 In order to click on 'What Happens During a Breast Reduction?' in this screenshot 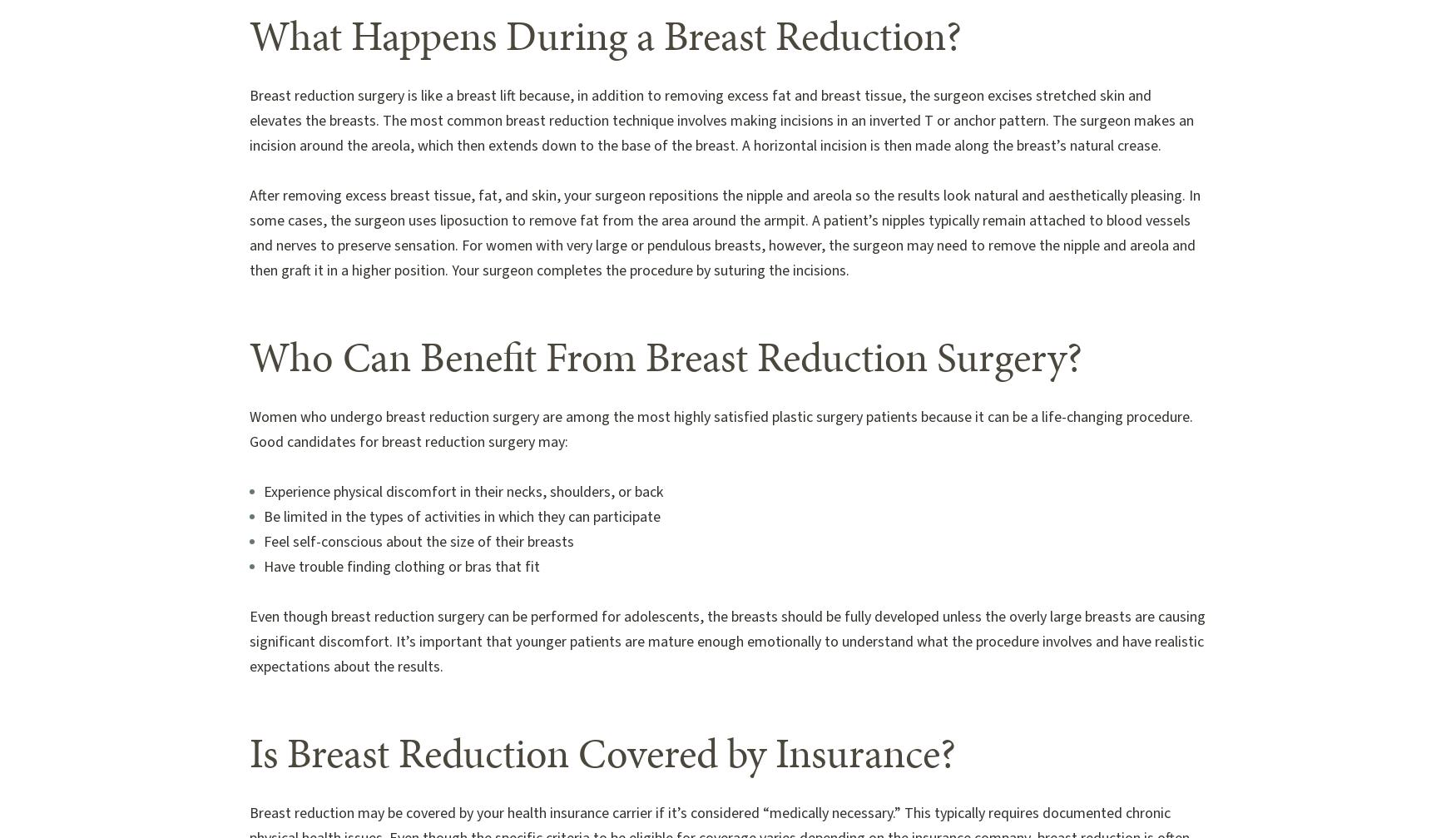, I will do `click(606, 35)`.